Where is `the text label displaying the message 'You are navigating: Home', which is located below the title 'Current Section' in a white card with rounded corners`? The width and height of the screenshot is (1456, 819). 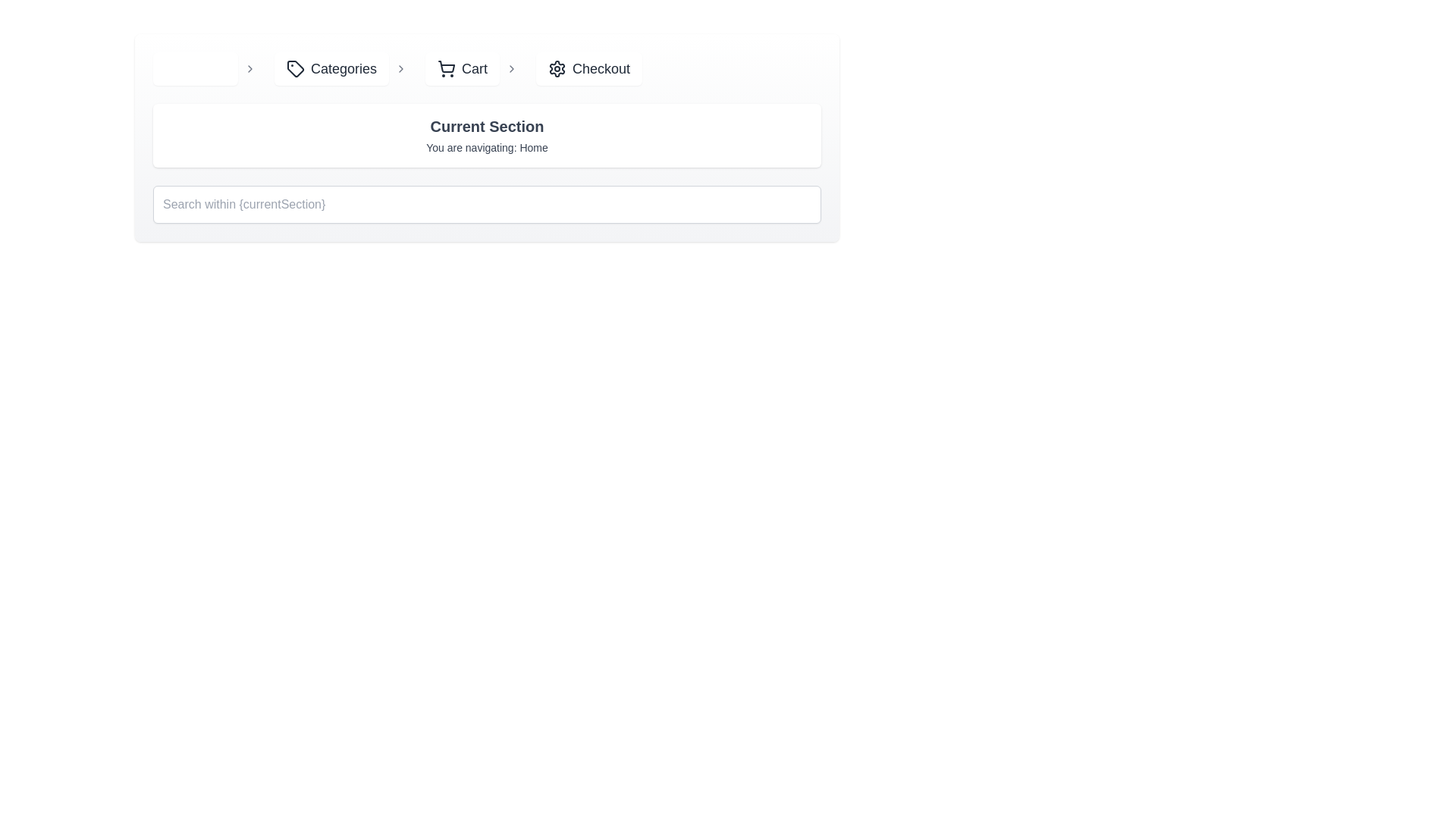 the text label displaying the message 'You are navigating: Home', which is located below the title 'Current Section' in a white card with rounded corners is located at coordinates (487, 148).